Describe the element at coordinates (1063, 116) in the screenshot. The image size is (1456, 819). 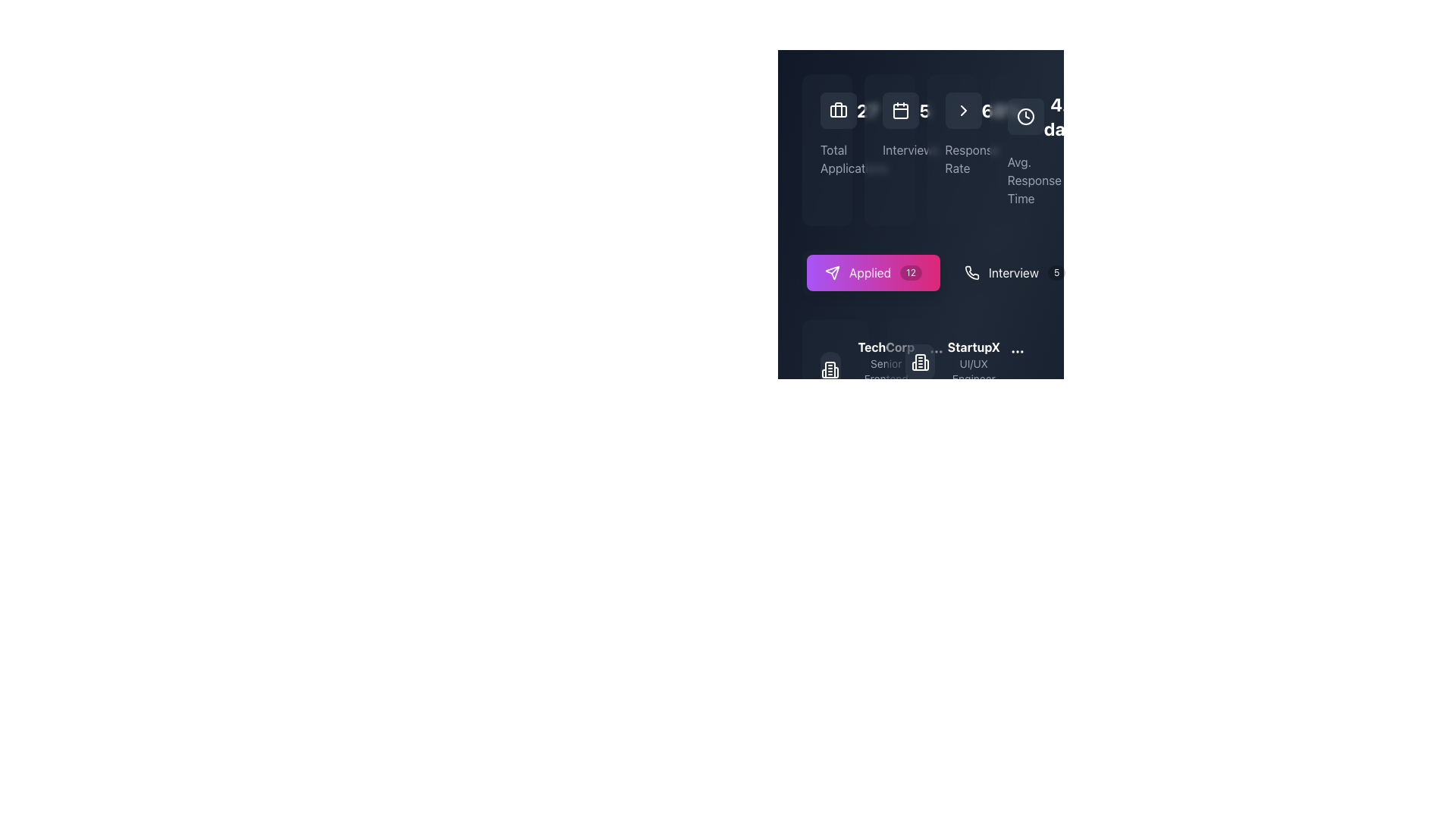
I see `the displayed metric labeled 'Avg. Response Time' located at the top-right corner of the interface, next to a clock symbol and below the text indicating 'Avg. Response Time'` at that location.